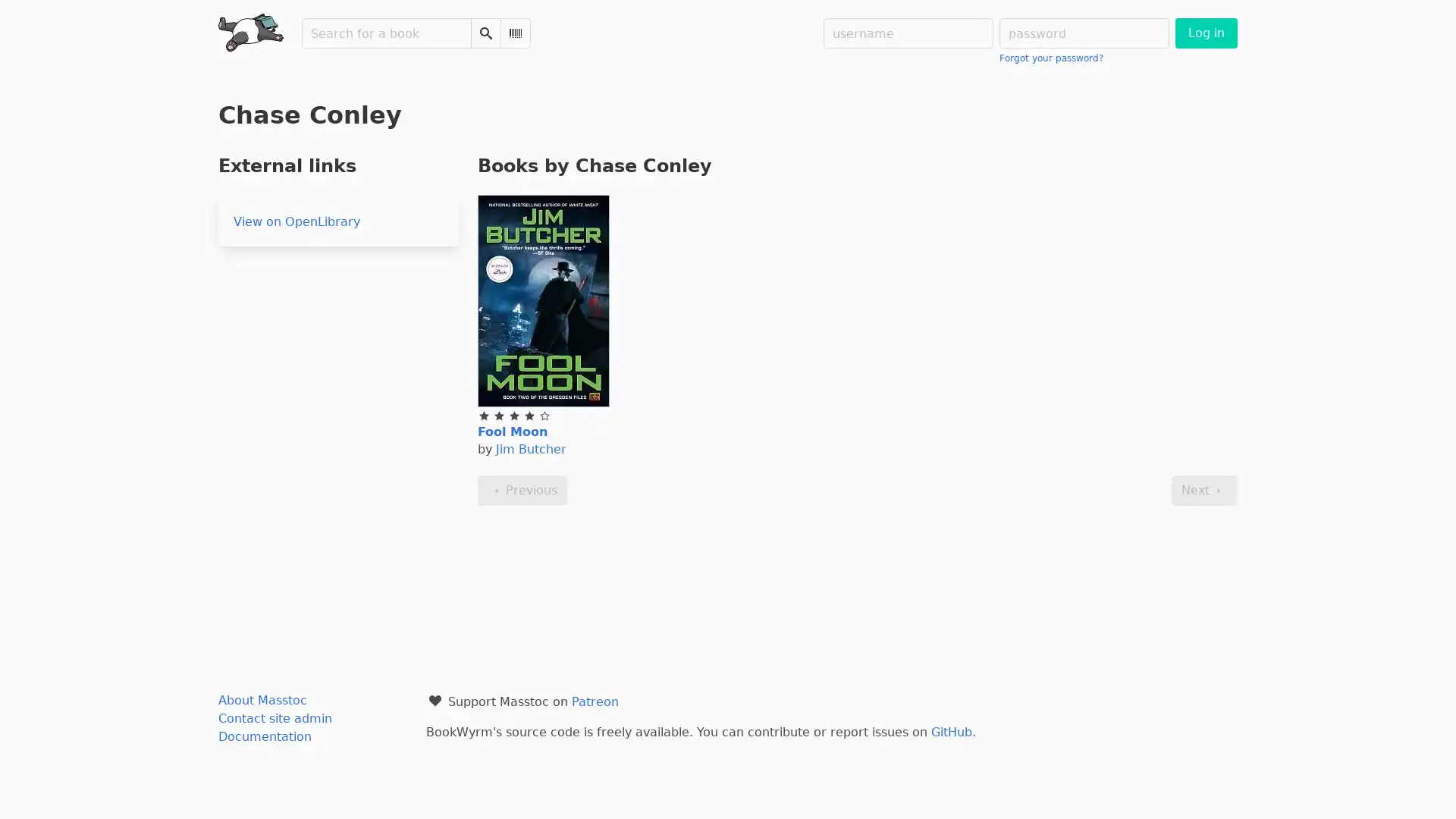 The image size is (1456, 819). What do you see at coordinates (1204, 33) in the screenshot?
I see `Log in` at bounding box center [1204, 33].